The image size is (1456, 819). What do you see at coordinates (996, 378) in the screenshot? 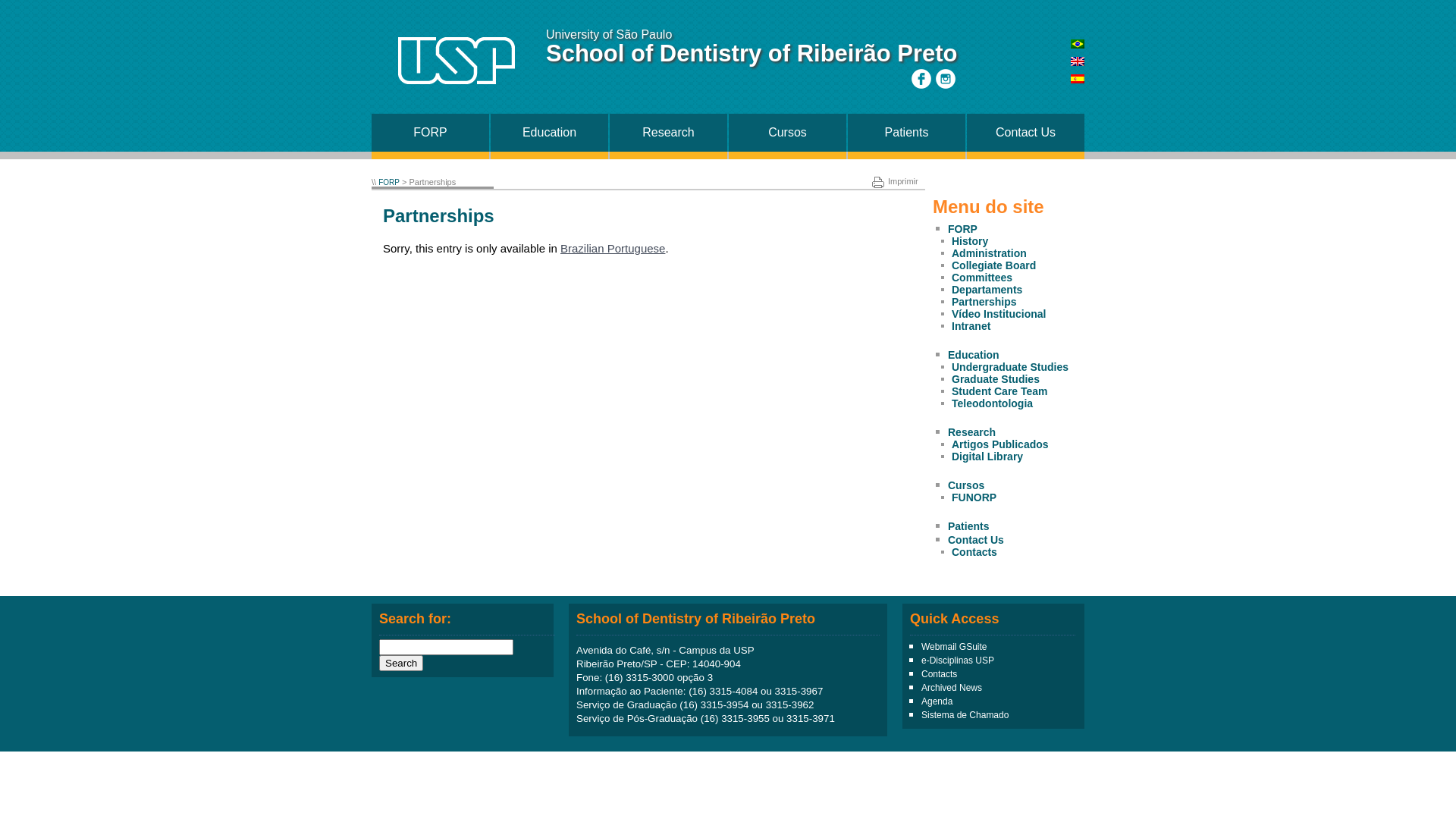
I see `'Graduate Studies'` at bounding box center [996, 378].